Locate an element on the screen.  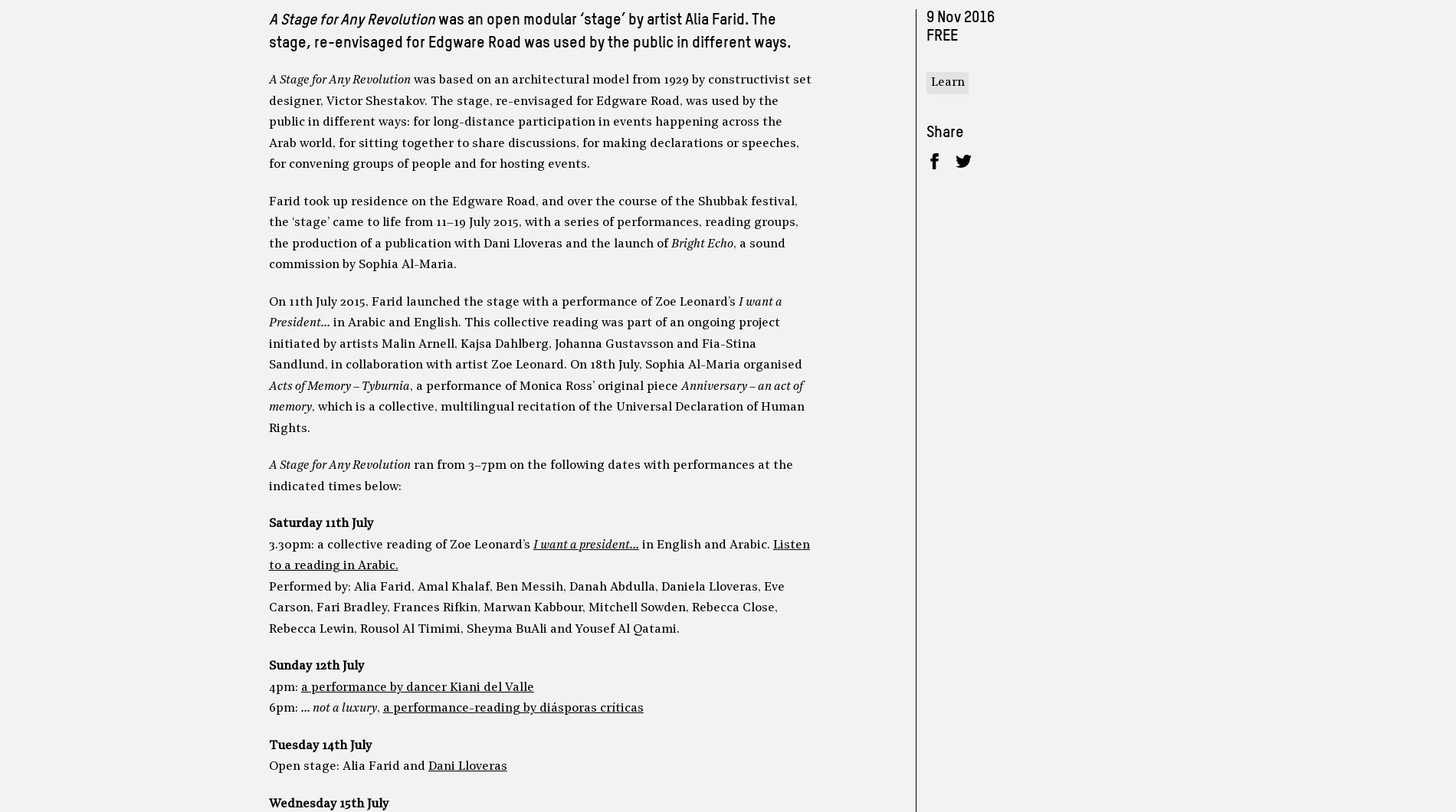
'was an open modular ‘stage’ by artist Alia Farid. The stage, re-envisaged for Edgware Road was used by the public in different ways.' is located at coordinates (529, 31).